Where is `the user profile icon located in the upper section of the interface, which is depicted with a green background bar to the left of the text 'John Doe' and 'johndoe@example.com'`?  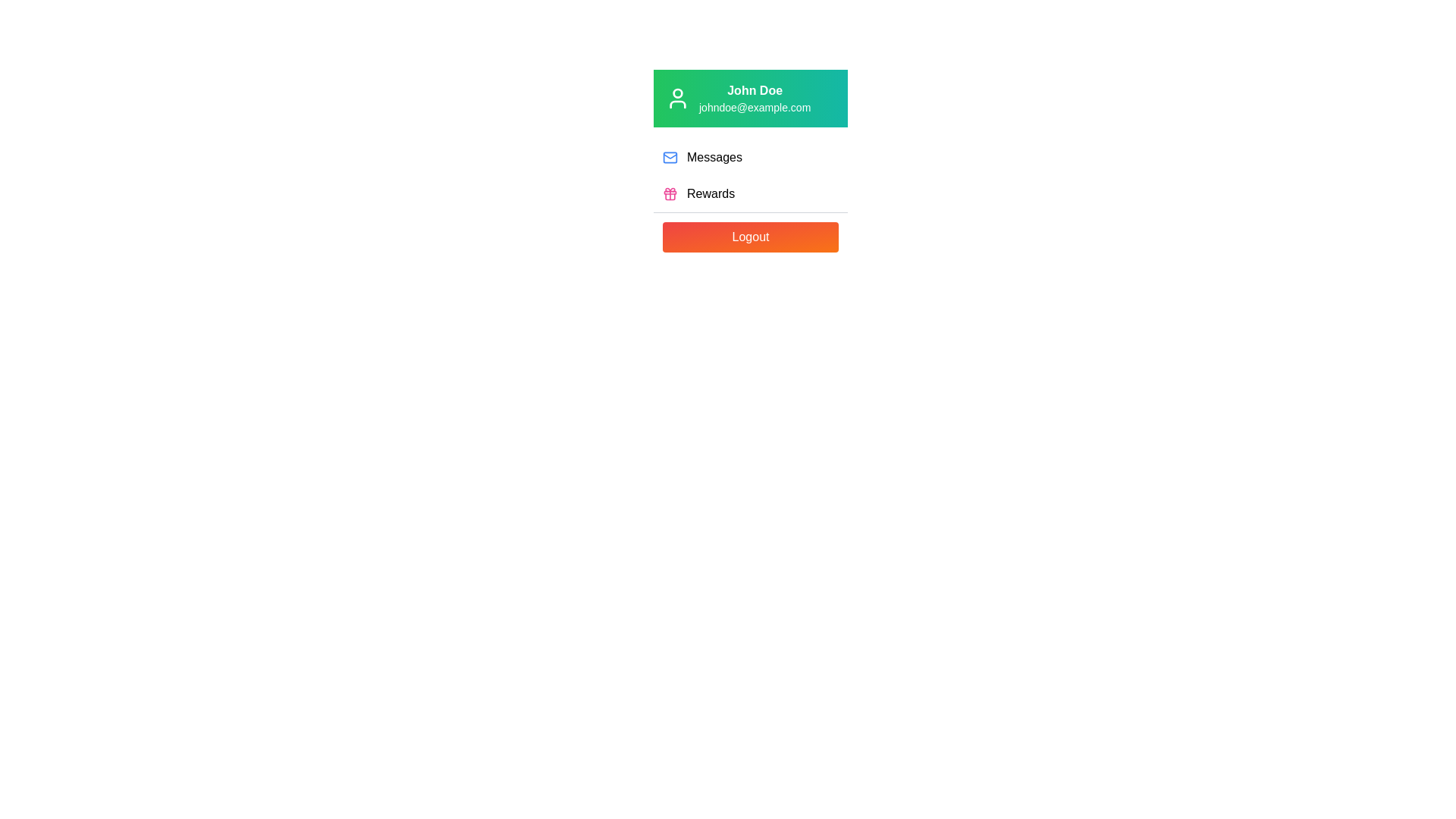 the user profile icon located in the upper section of the interface, which is depicted with a green background bar to the left of the text 'John Doe' and 'johndoe@example.com' is located at coordinates (676, 99).